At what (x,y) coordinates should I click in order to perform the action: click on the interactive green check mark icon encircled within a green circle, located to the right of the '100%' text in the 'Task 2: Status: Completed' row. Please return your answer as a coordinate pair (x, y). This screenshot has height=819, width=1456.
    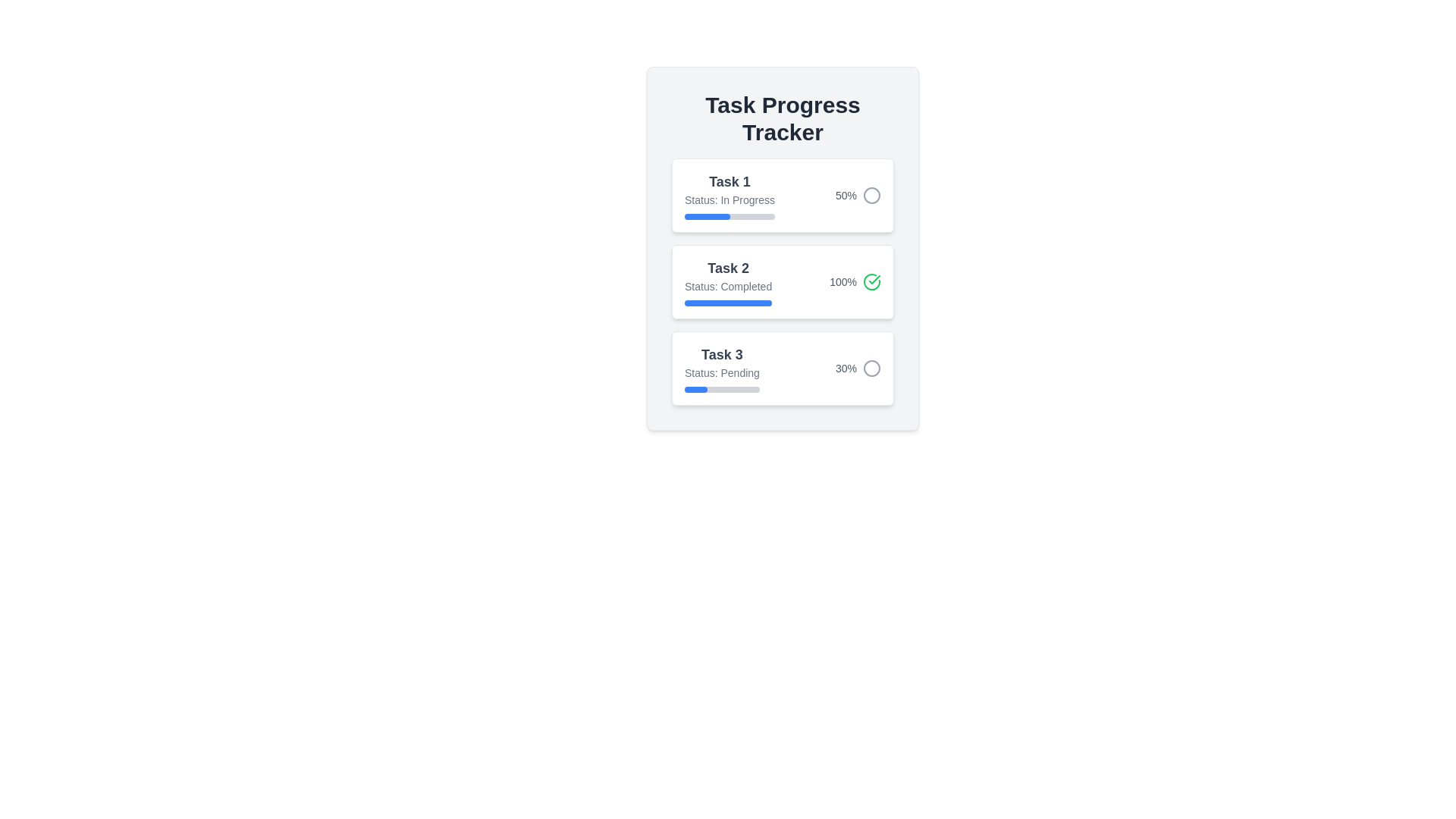
    Looking at the image, I should click on (872, 281).